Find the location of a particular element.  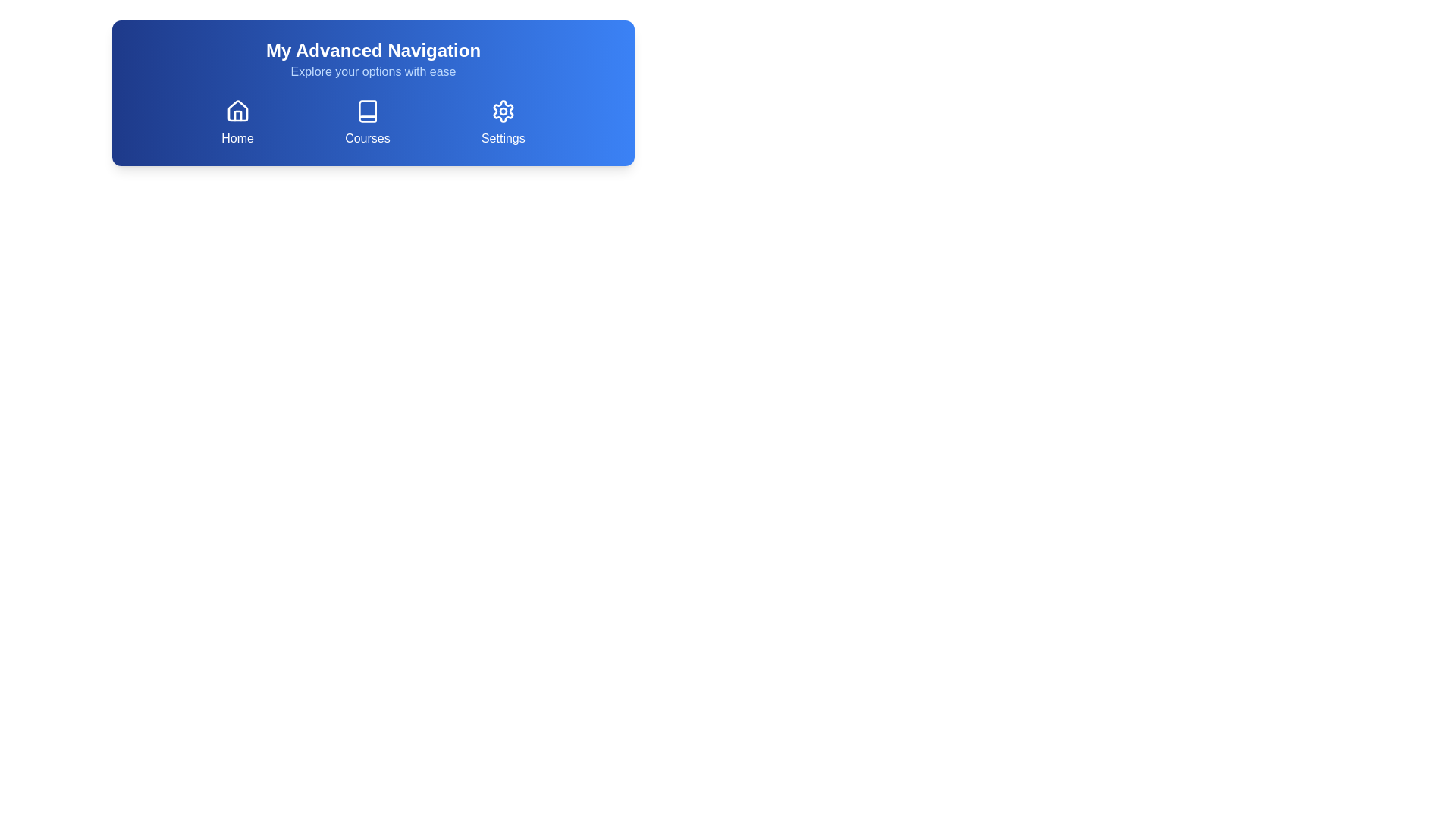

the static text element that displays 'Explore your options with ease', which is styled with a light blue font and located below 'My Advanced Navigation' is located at coordinates (373, 72).